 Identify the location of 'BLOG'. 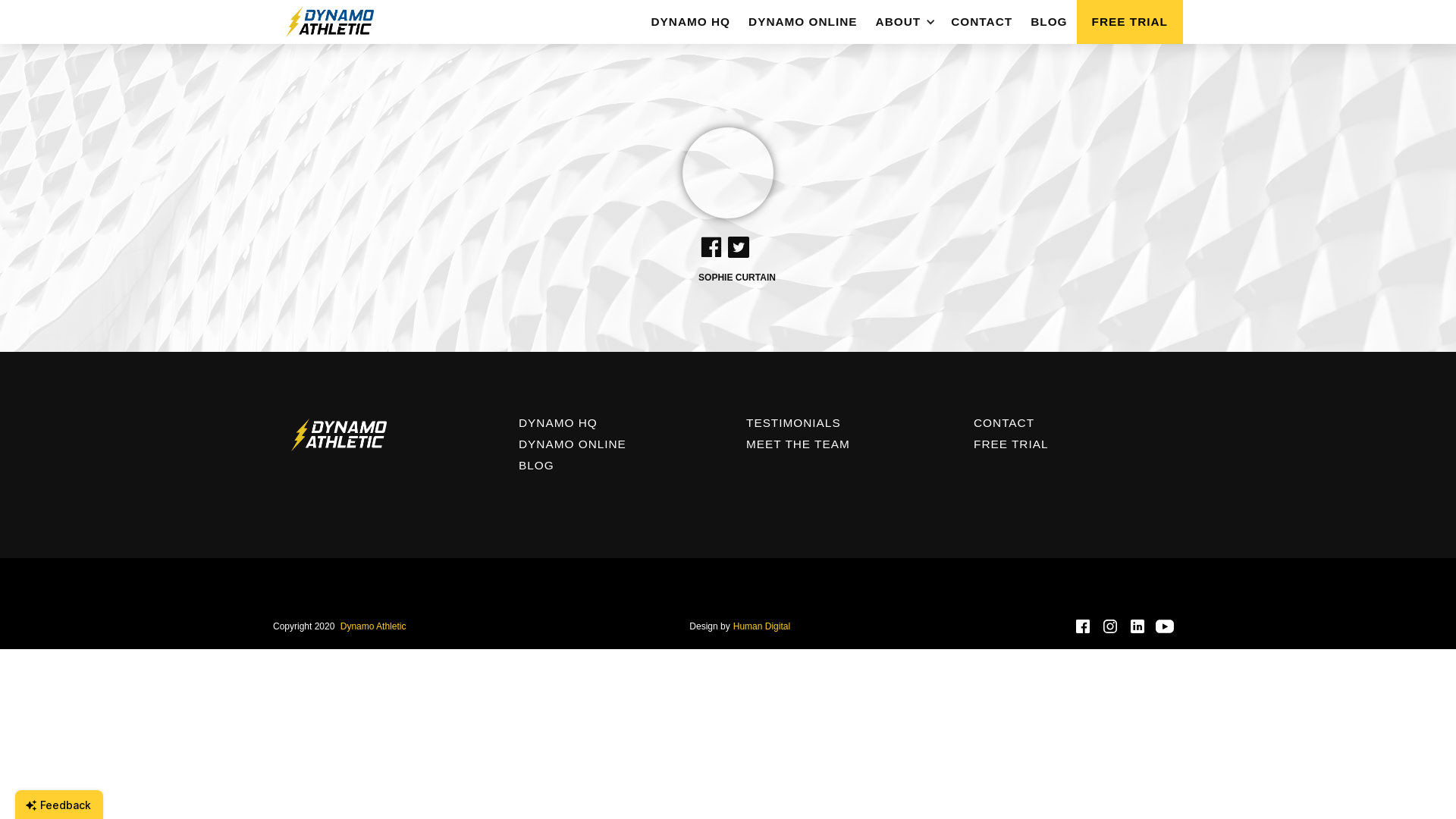
(1047, 22).